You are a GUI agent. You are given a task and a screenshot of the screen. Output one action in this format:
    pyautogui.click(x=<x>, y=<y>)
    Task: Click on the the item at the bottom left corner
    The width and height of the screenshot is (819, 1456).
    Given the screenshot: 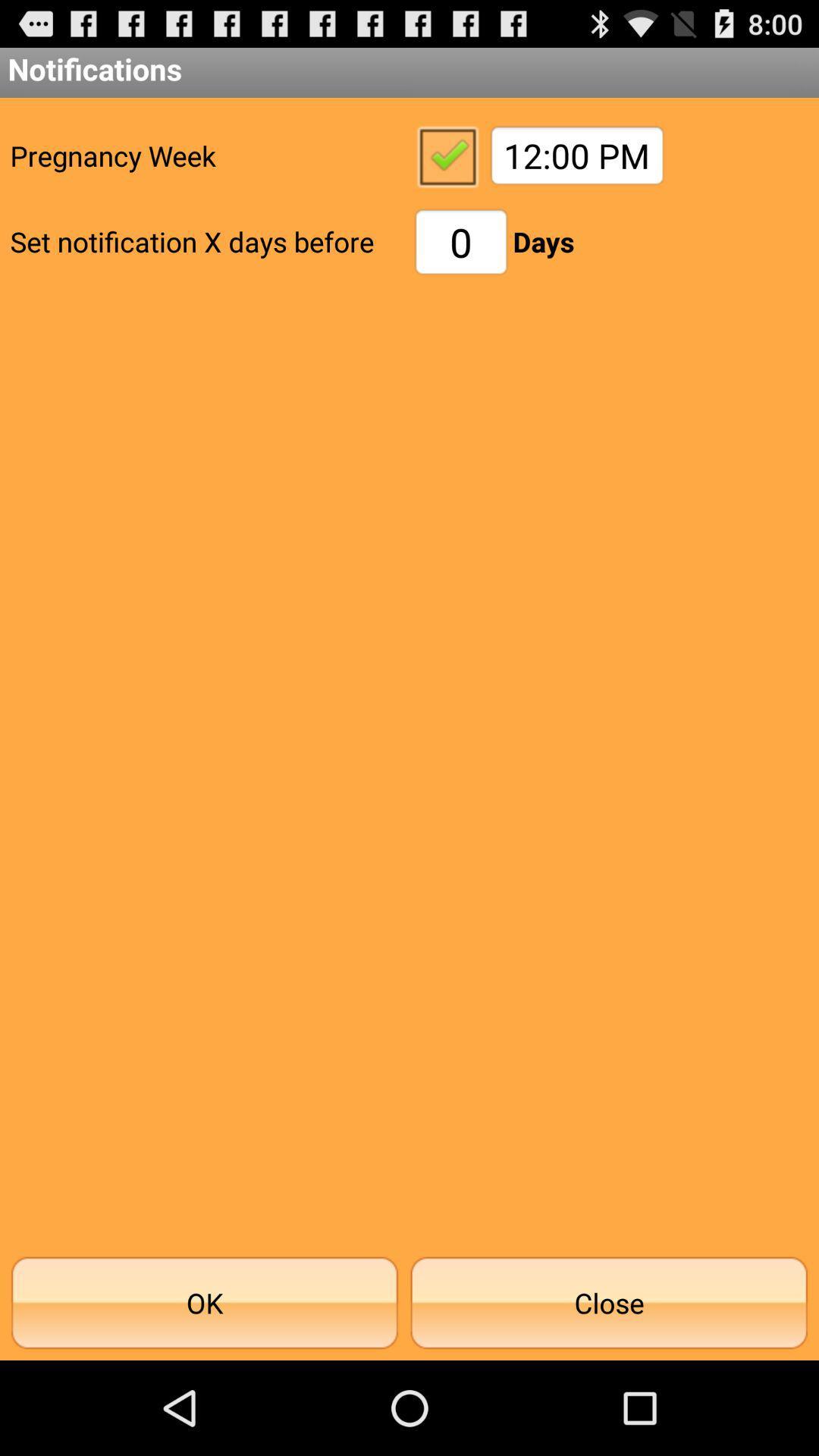 What is the action you would take?
    pyautogui.click(x=205, y=1302)
    